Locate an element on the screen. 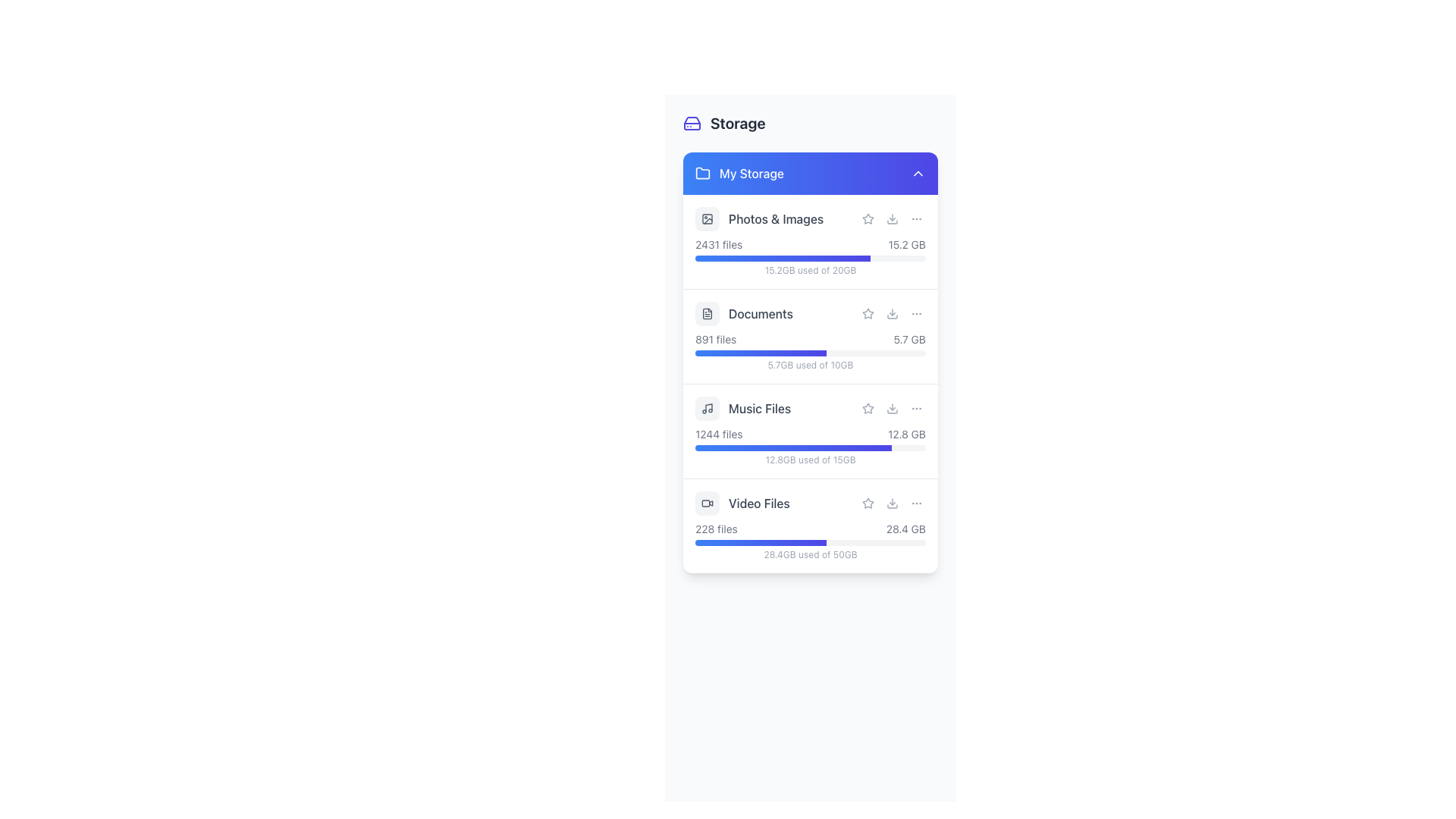 The height and width of the screenshot is (819, 1456). the download button located to the right of the 'Video Files' entry is located at coordinates (892, 503).